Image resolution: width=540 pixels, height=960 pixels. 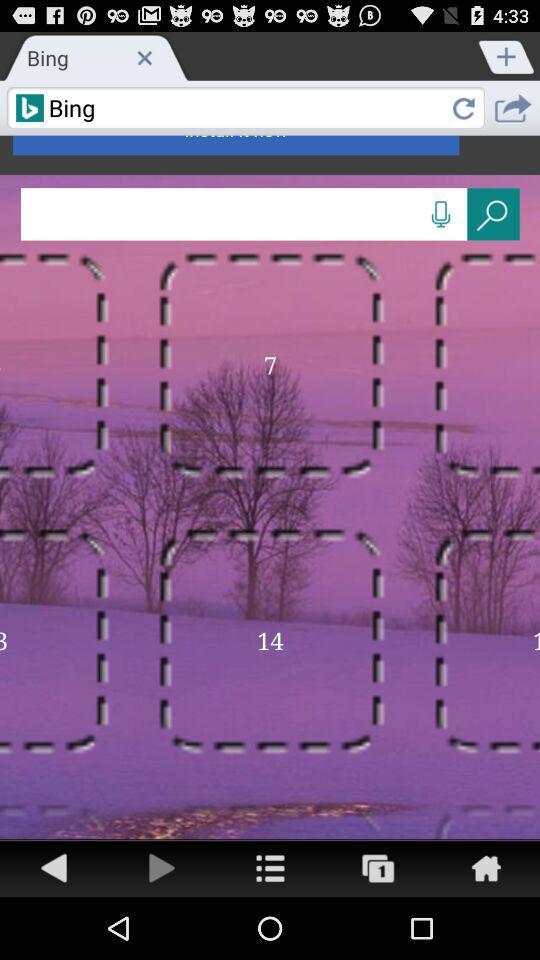 I want to click on the close icon, so click(x=143, y=61).